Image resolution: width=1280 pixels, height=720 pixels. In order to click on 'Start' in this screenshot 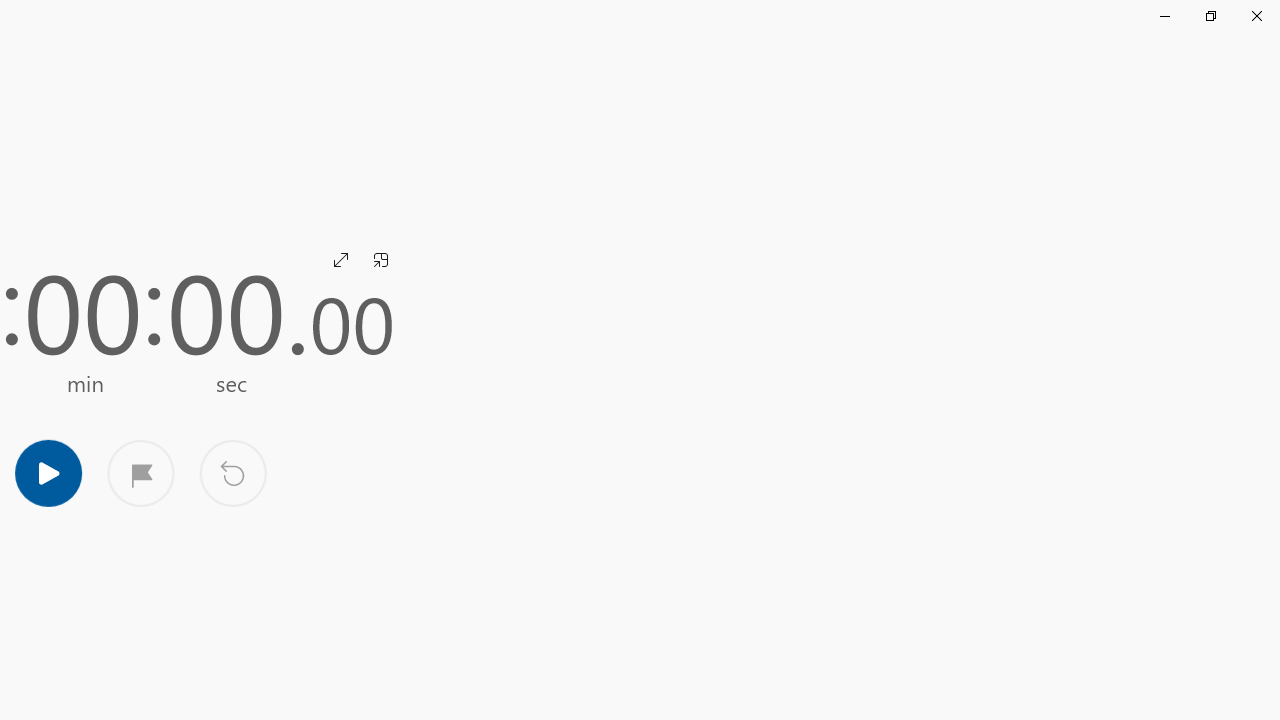, I will do `click(48, 472)`.